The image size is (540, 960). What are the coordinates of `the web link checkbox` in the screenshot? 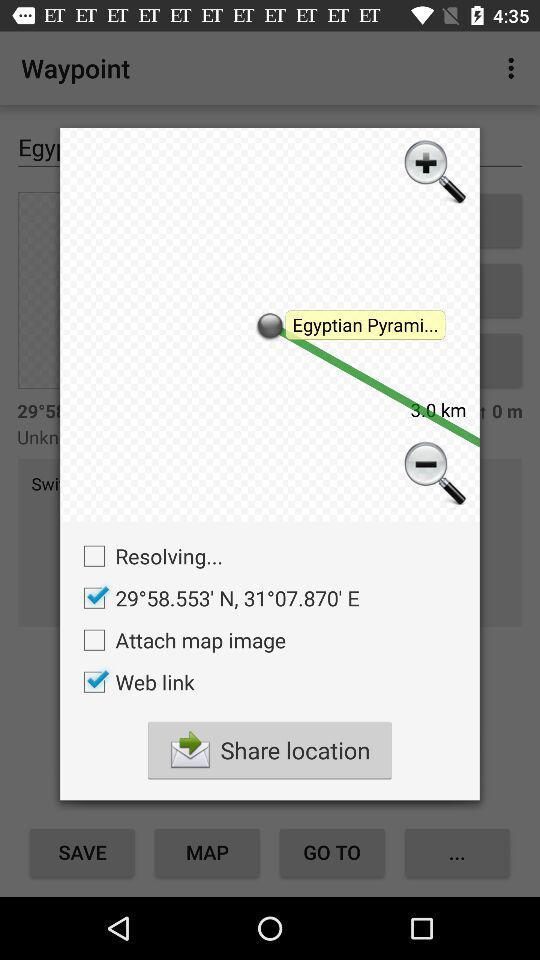 It's located at (134, 682).